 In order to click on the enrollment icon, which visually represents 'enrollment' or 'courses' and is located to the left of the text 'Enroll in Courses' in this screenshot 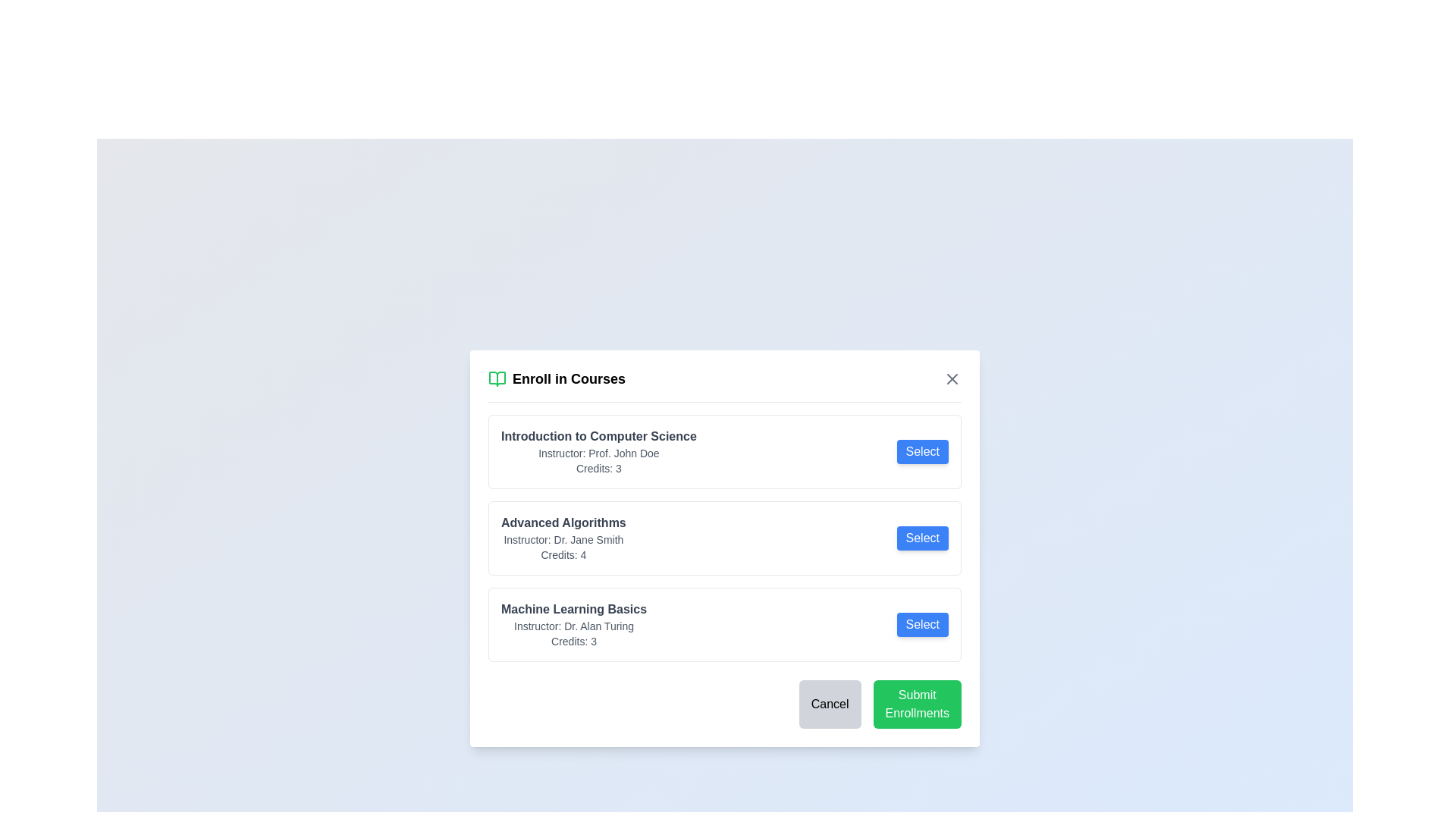, I will do `click(497, 378)`.